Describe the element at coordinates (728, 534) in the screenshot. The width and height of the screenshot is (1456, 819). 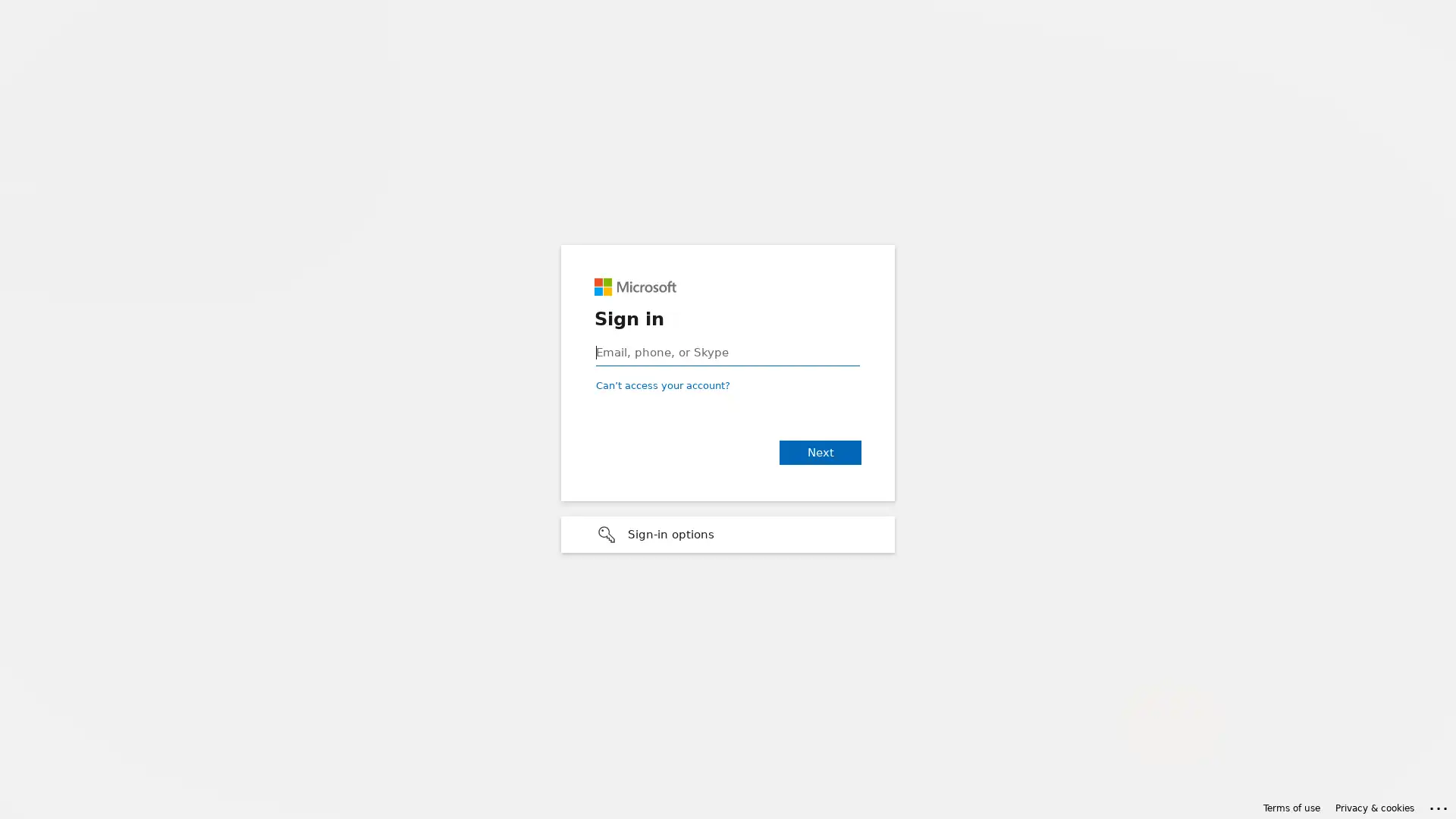
I see `Sign-in options` at that location.